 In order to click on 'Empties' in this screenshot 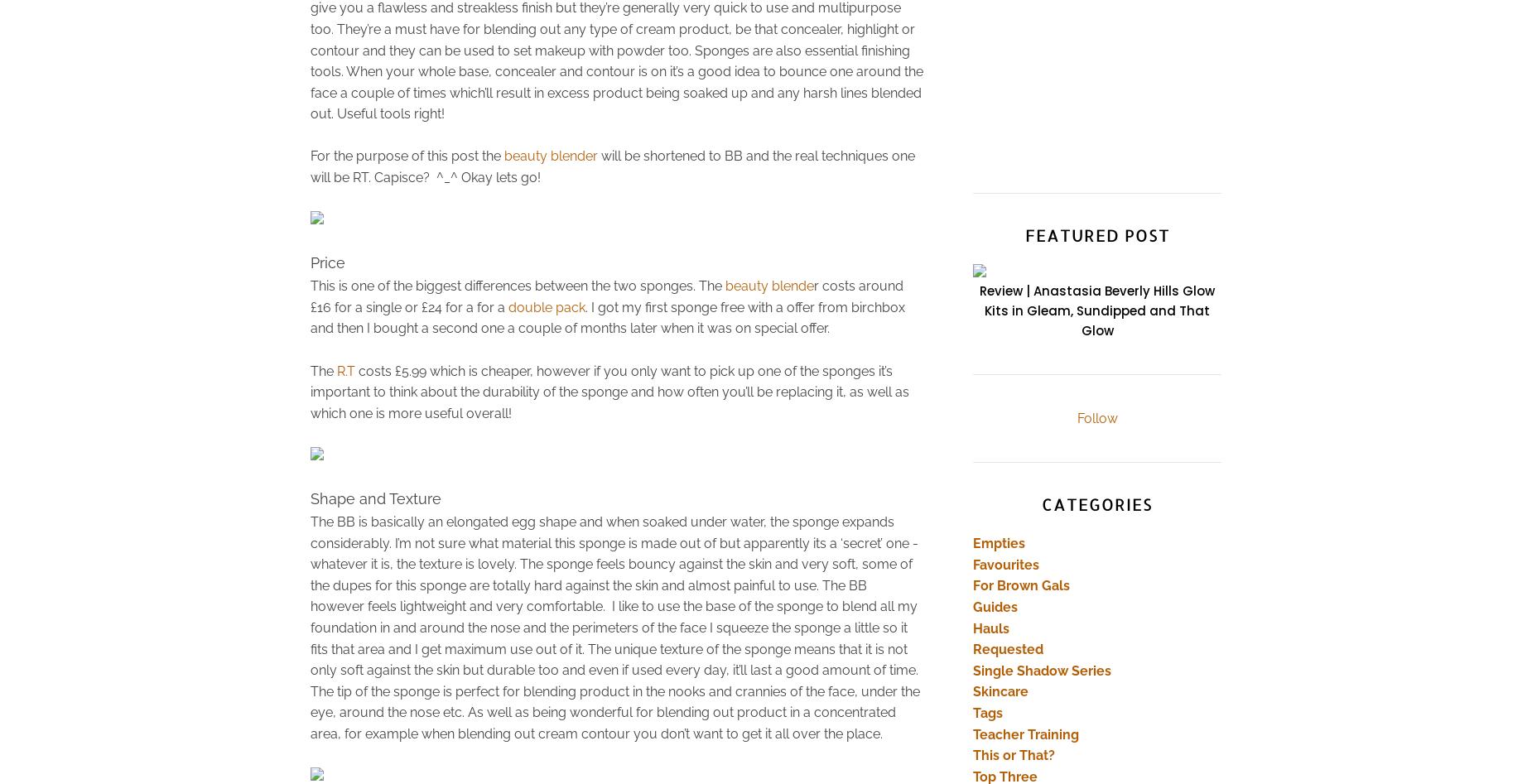, I will do `click(998, 543)`.